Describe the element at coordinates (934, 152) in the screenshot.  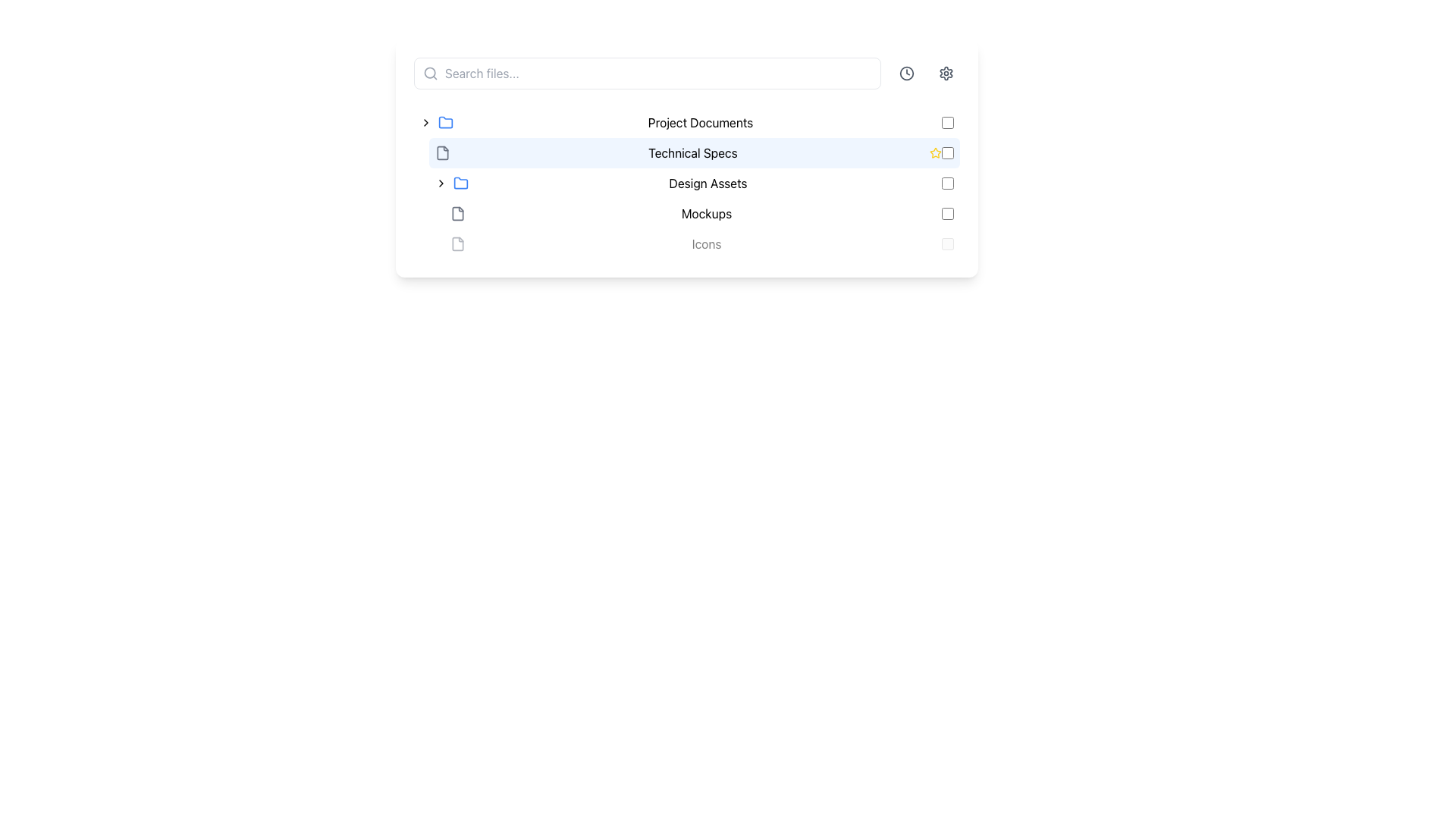
I see `the star-shaped icon associated with the 'Technical Specs' entry` at that location.